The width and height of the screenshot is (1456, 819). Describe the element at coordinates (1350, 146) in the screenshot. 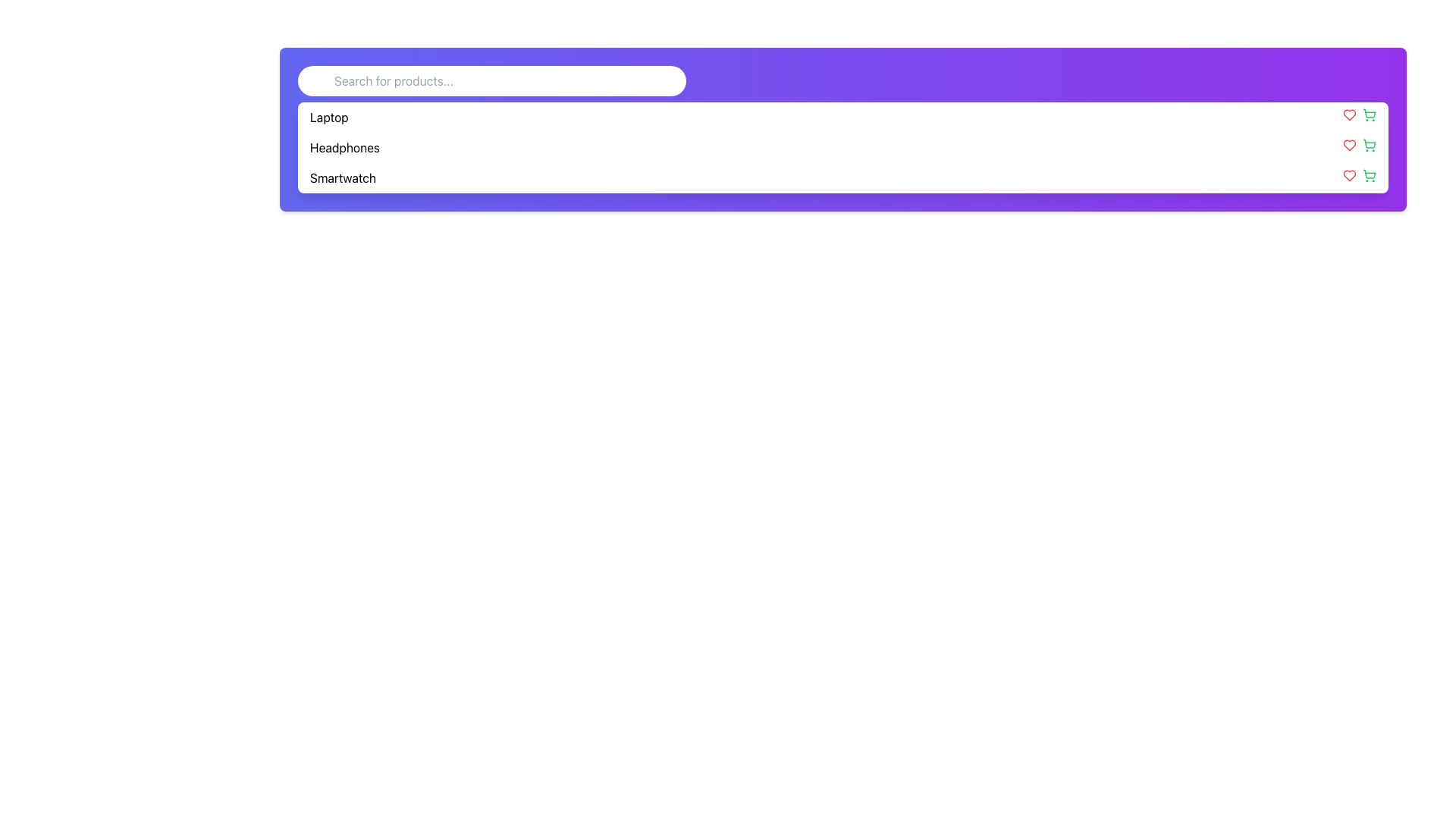

I see `the heart-shaped icon` at that location.